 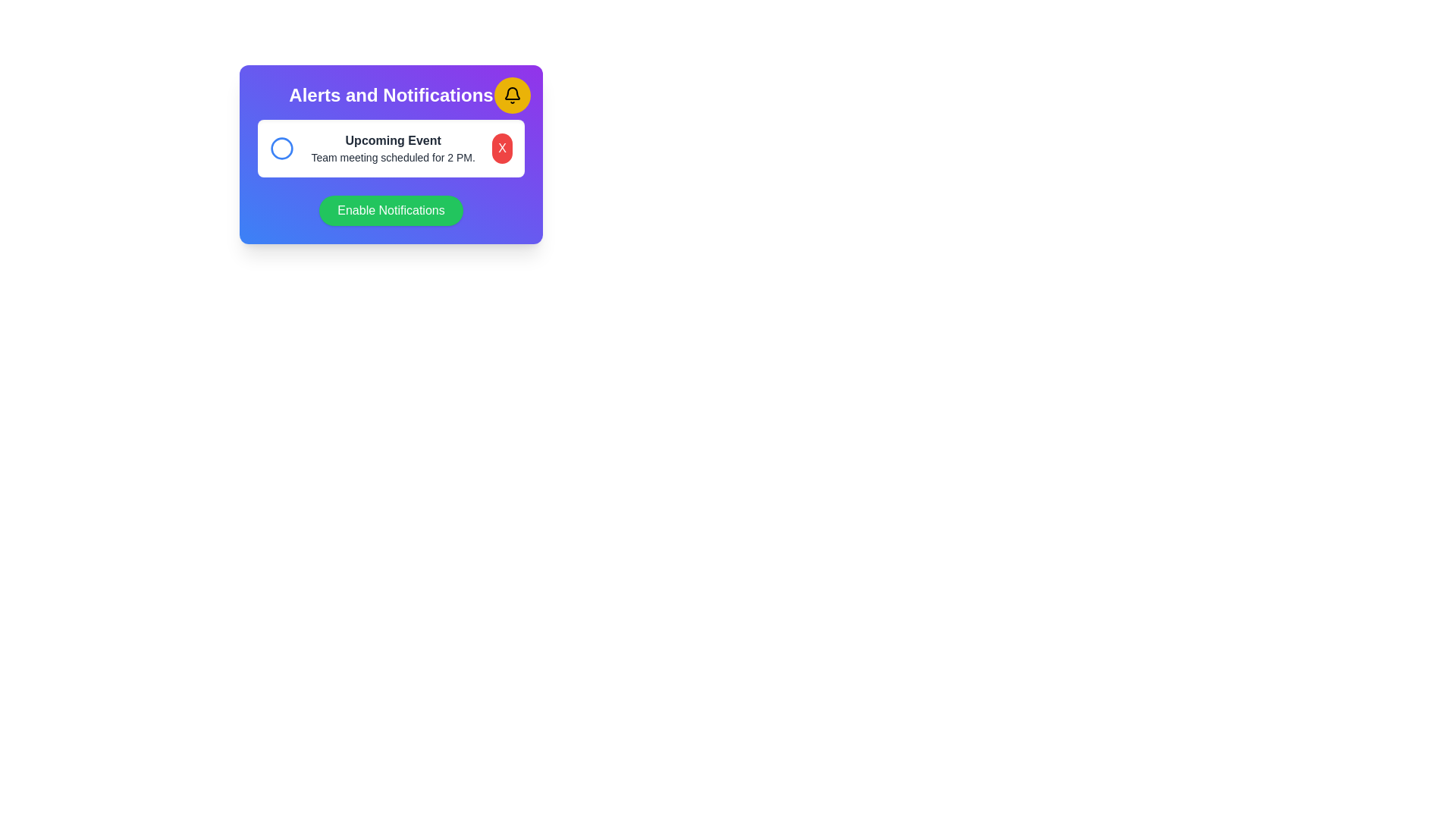 I want to click on the bell icon with a yellow circular background located at the top right side of the card labeled 'Alerts and Notifications', so click(x=513, y=93).